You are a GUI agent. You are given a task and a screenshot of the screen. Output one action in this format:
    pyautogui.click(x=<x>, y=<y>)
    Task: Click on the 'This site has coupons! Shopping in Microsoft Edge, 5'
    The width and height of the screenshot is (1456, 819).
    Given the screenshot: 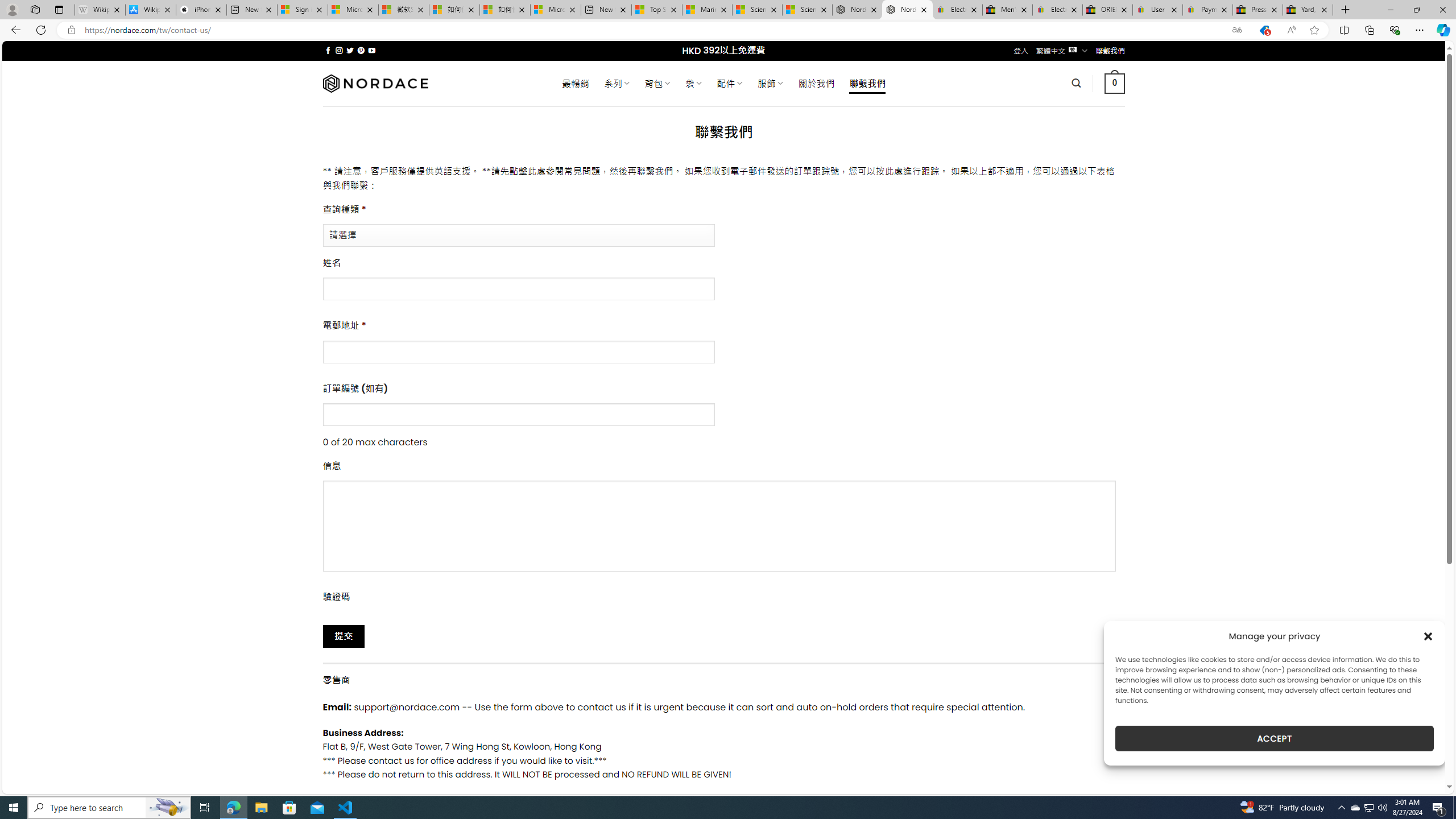 What is the action you would take?
    pyautogui.click(x=1263, y=30)
    